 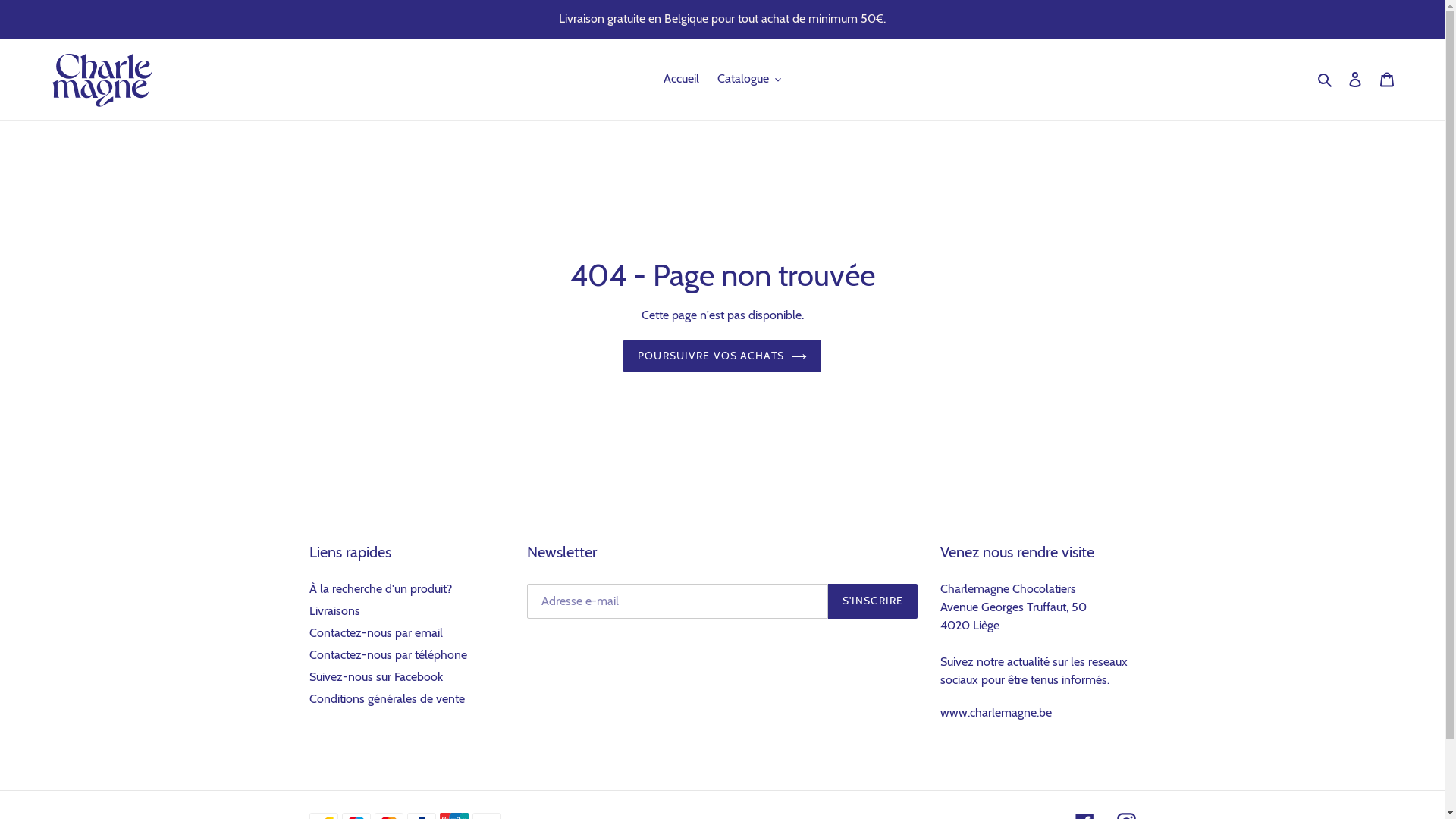 I want to click on 'Panier', so click(x=1386, y=79).